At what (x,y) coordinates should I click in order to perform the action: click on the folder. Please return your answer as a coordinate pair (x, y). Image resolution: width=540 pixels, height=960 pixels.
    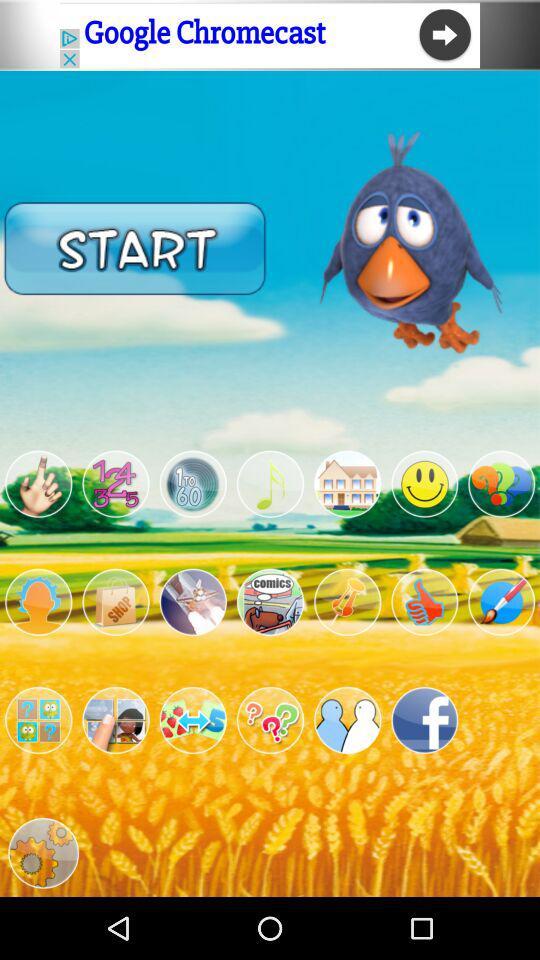
    Looking at the image, I should click on (38, 720).